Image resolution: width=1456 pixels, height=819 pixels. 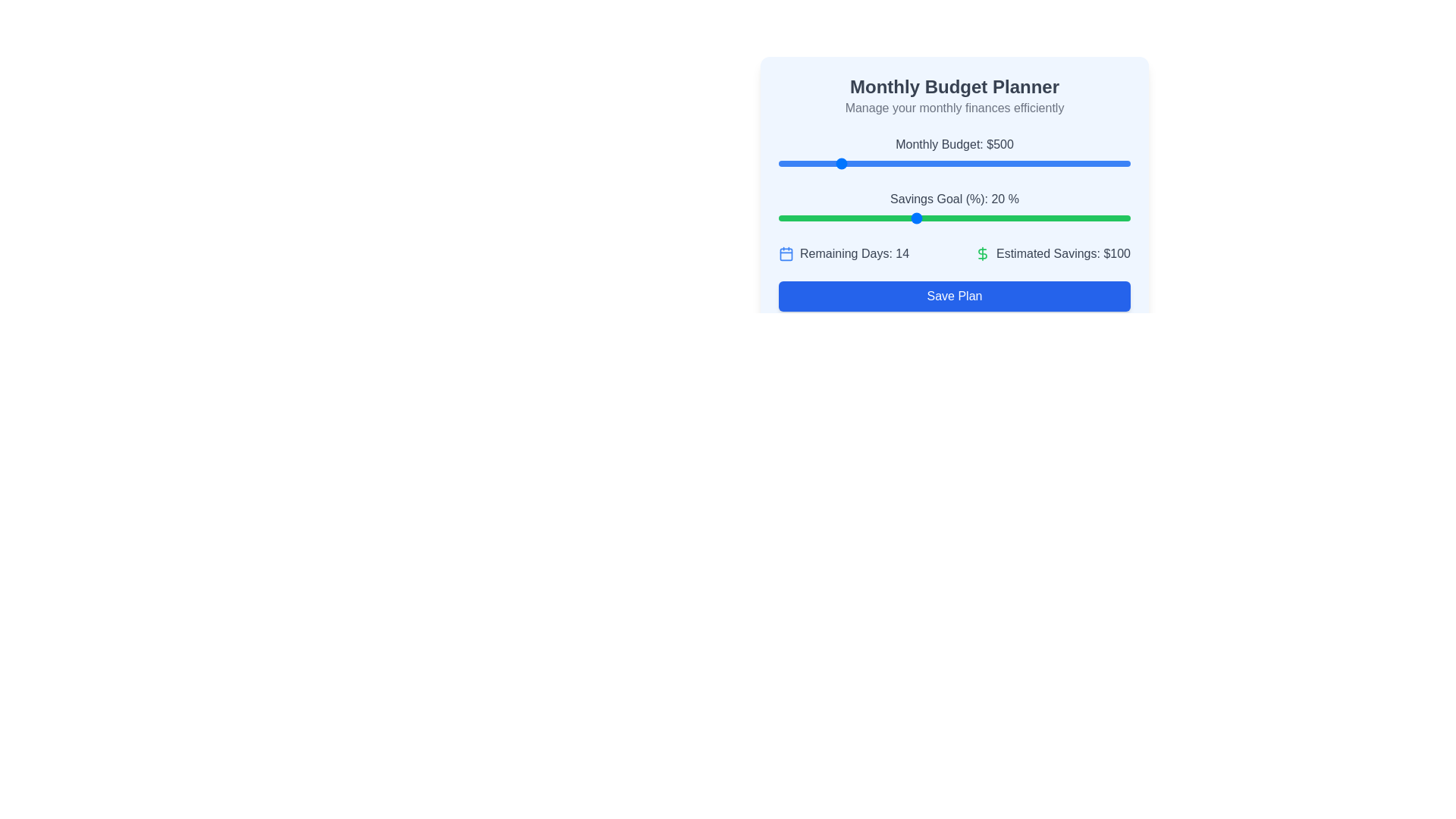 I want to click on the budget, so click(x=1077, y=164).